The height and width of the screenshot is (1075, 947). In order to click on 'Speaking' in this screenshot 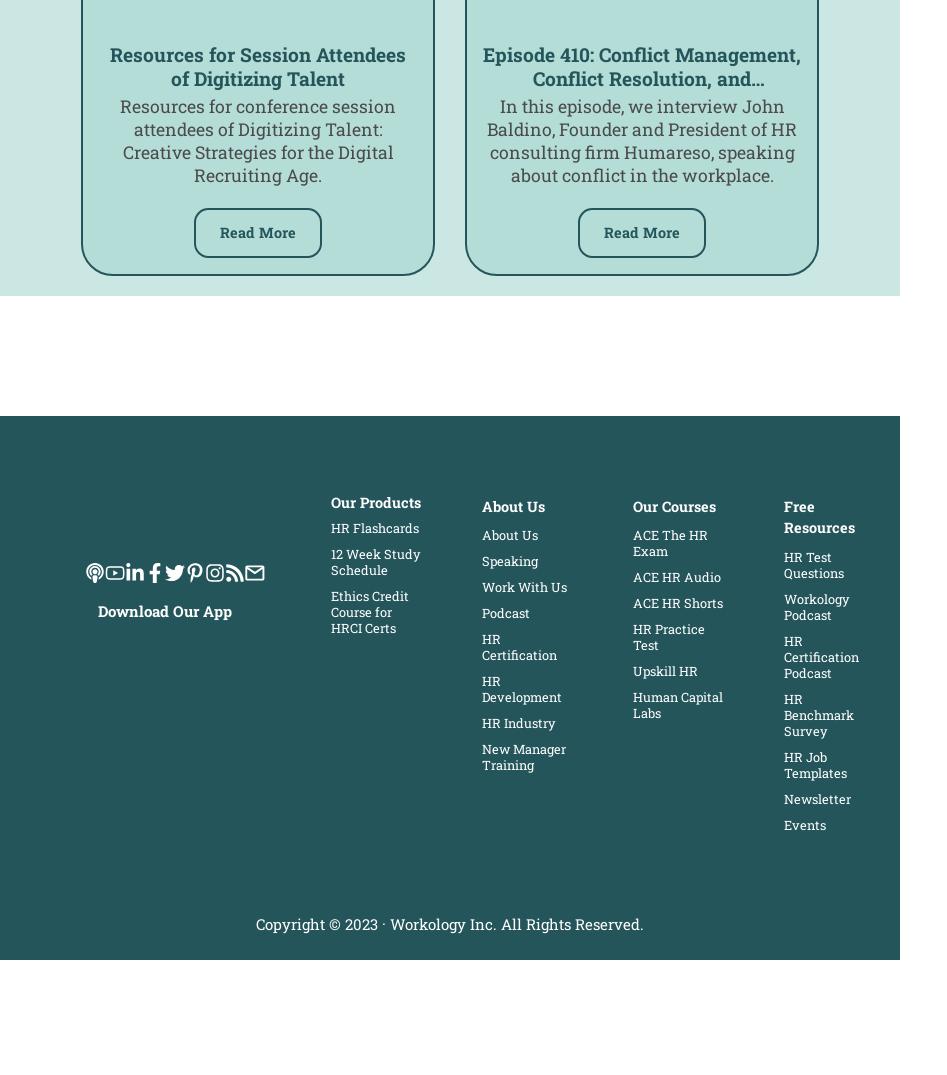, I will do `click(479, 561)`.